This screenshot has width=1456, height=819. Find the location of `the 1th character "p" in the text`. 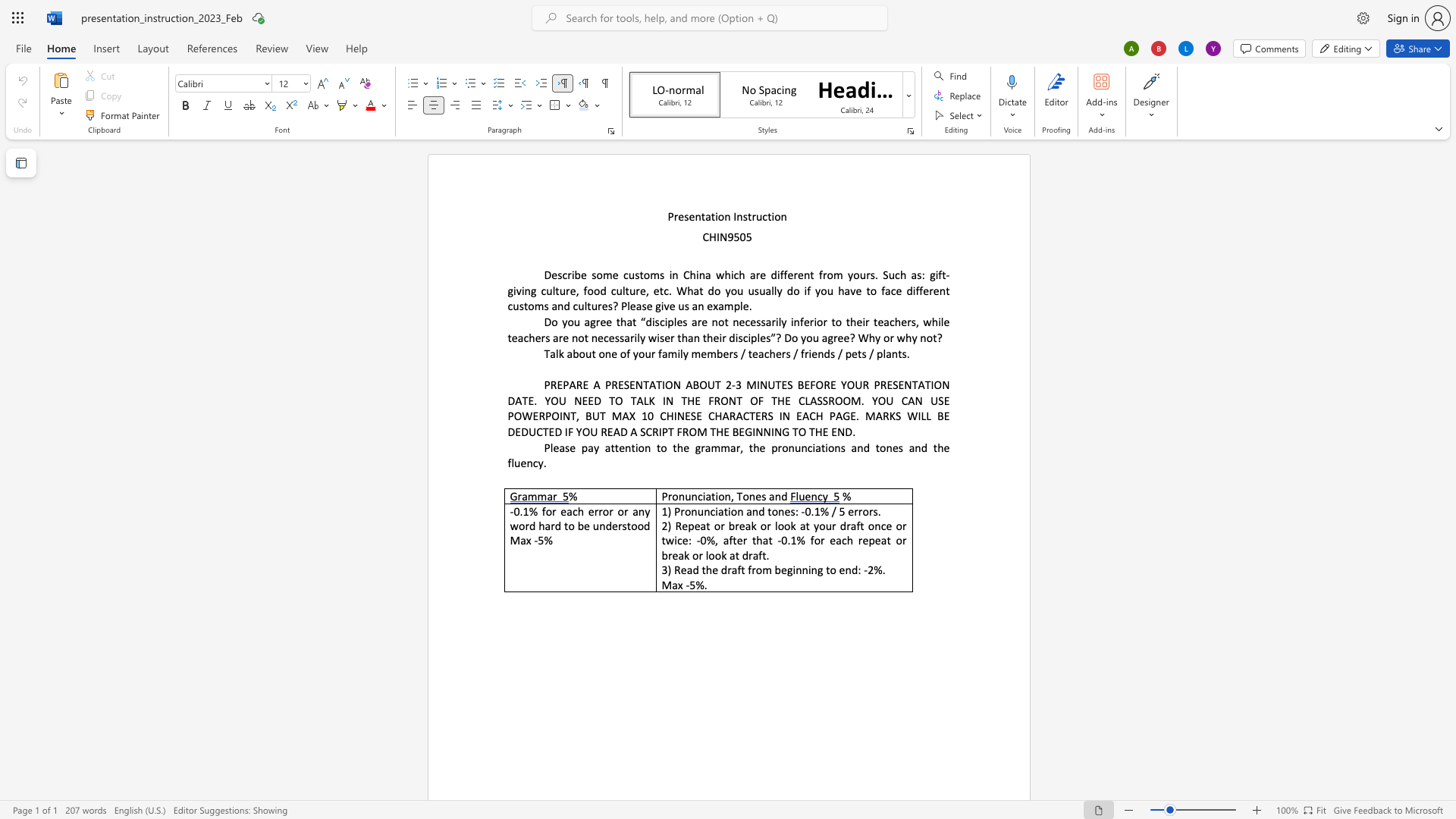

the 1th character "p" in the text is located at coordinates (736, 306).